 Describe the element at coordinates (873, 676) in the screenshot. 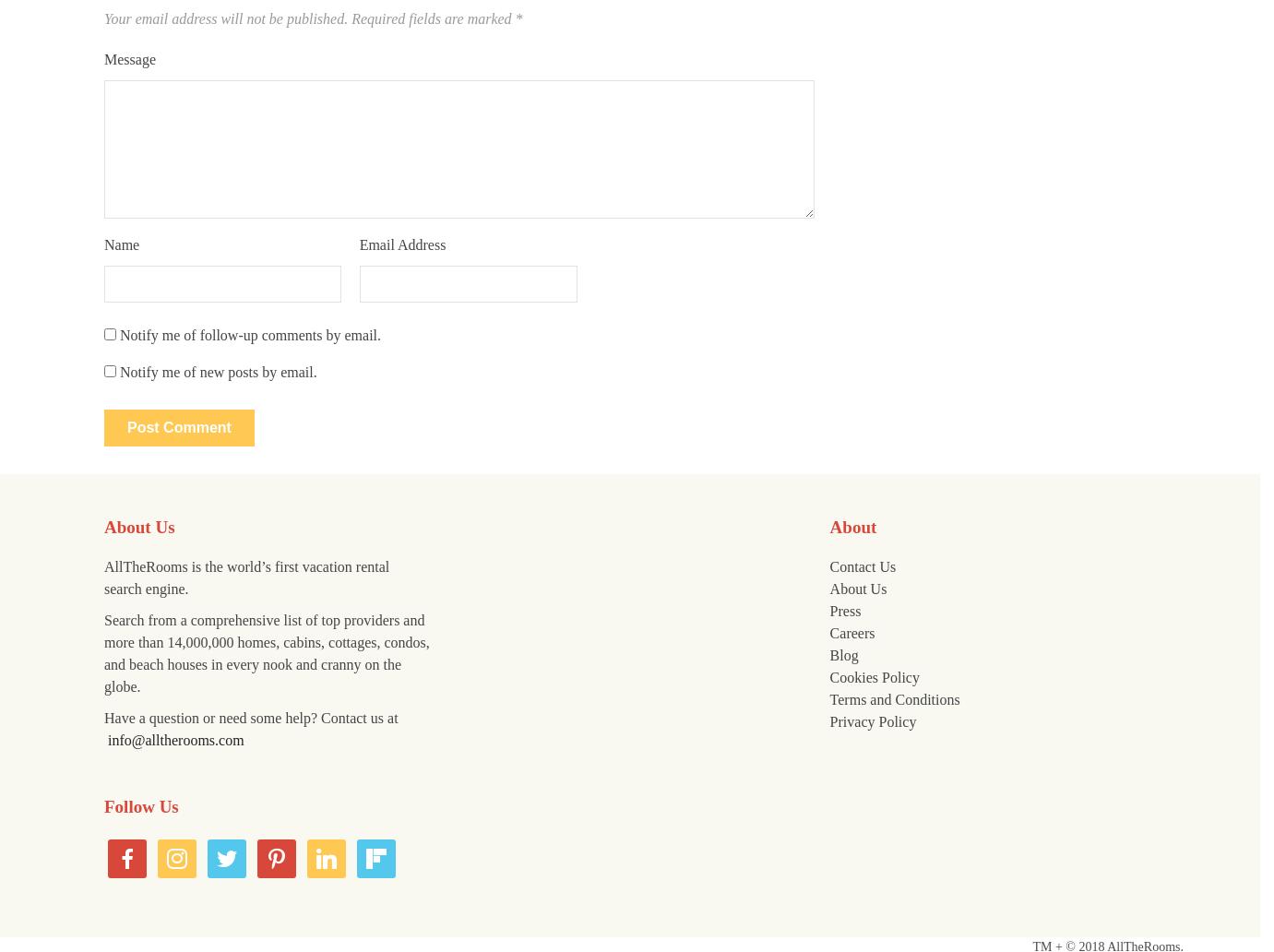

I see `'Cookies Policy'` at that location.